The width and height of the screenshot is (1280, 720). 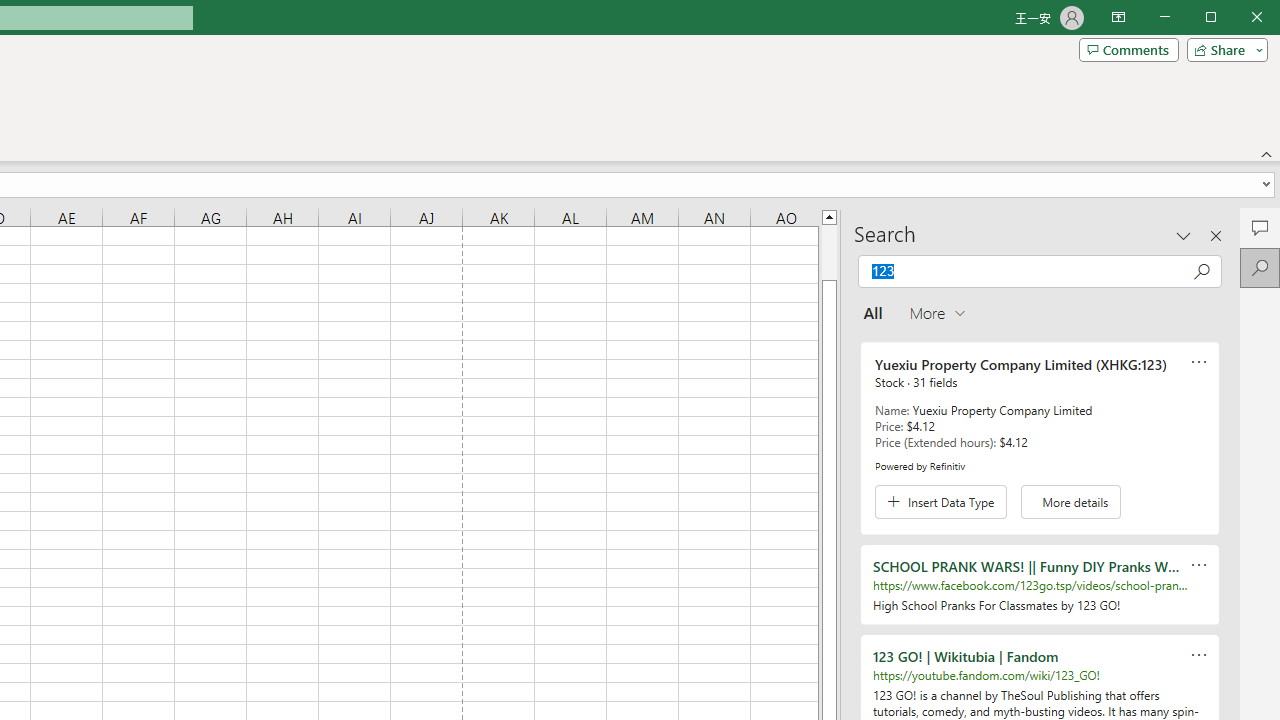 What do you see at coordinates (829, 251) in the screenshot?
I see `'Page up'` at bounding box center [829, 251].